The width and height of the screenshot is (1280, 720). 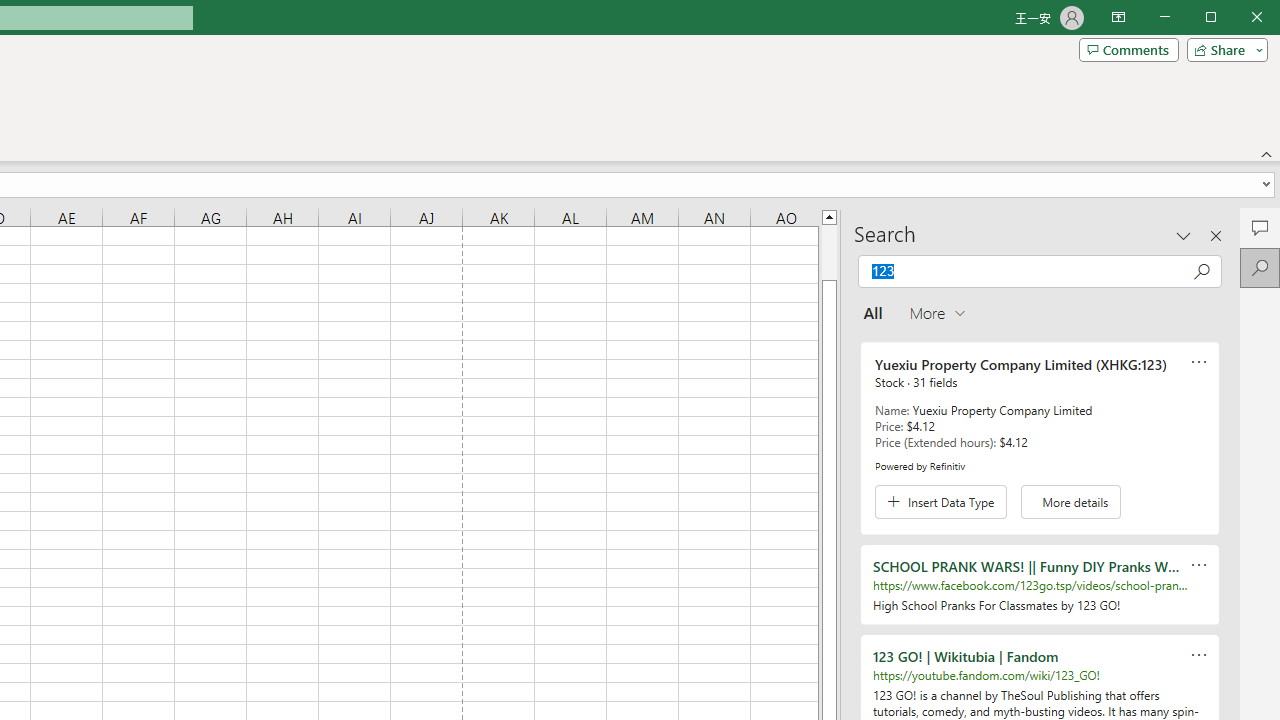 What do you see at coordinates (829, 251) in the screenshot?
I see `'Page up'` at bounding box center [829, 251].